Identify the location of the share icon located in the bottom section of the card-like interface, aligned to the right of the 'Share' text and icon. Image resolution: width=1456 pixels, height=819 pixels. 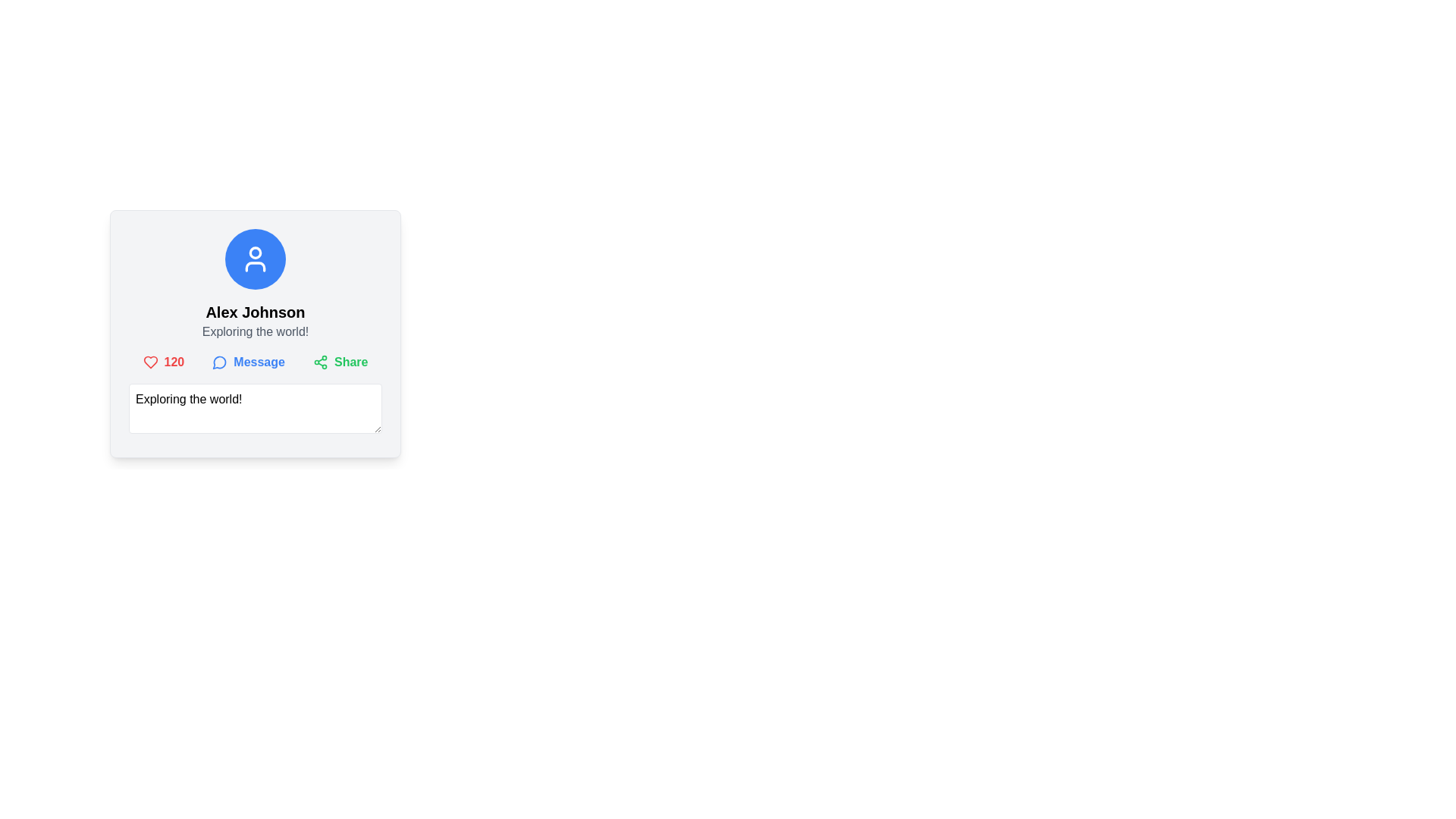
(319, 362).